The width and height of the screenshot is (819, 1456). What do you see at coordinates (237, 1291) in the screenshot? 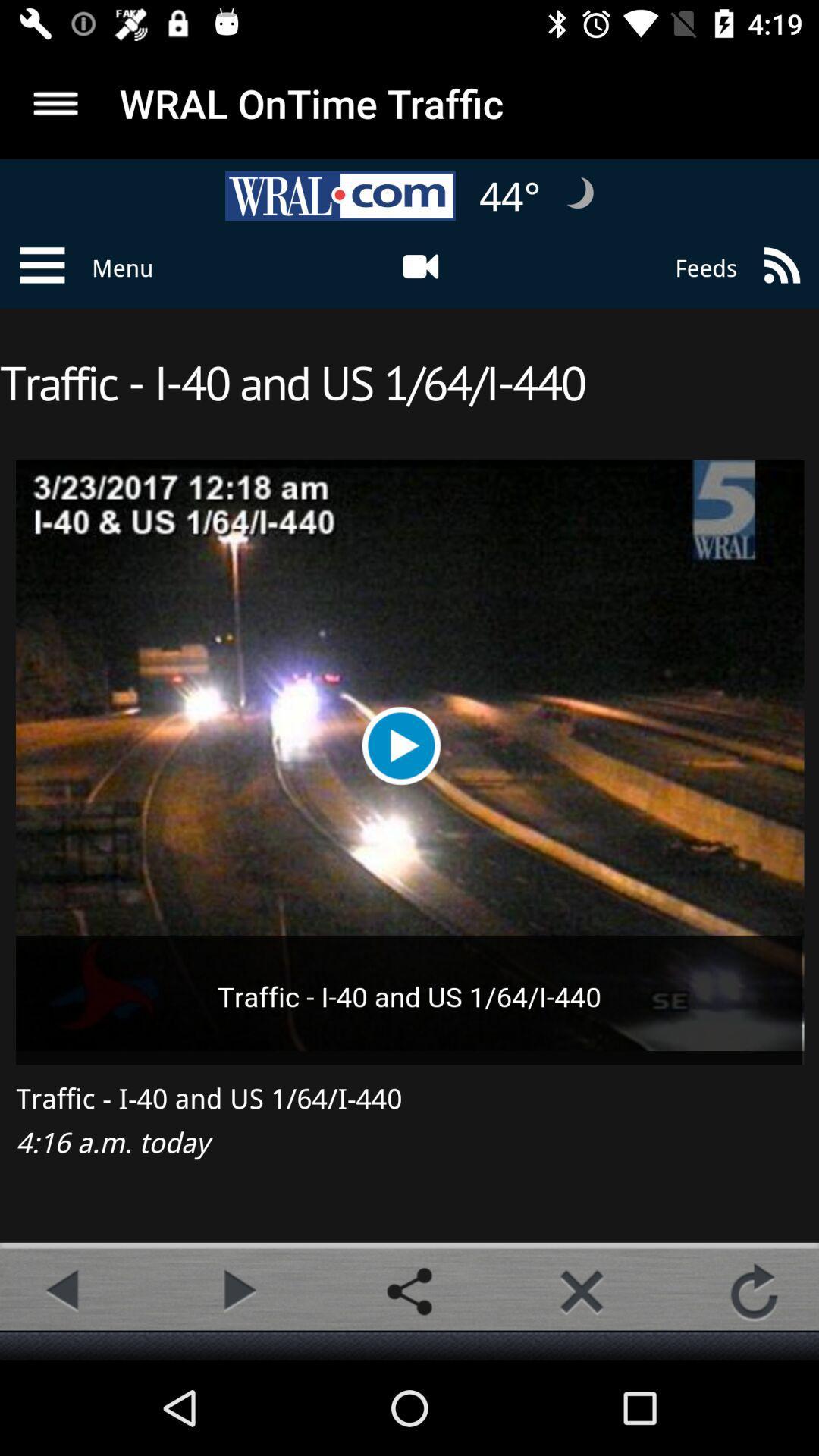
I see `the play icon` at bounding box center [237, 1291].